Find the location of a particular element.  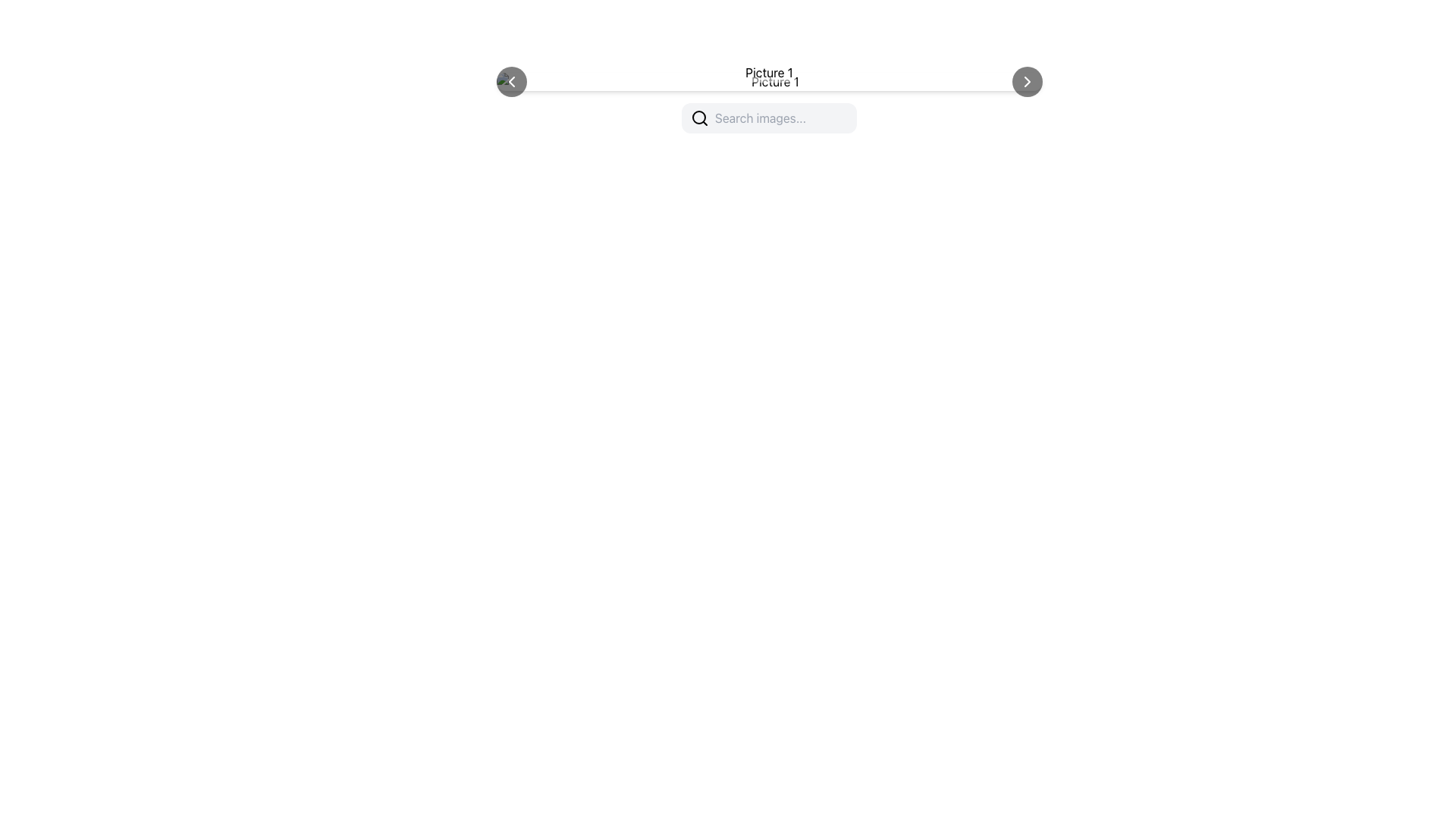

the search bar with placeholder text 'Search images...' is located at coordinates (769, 117).